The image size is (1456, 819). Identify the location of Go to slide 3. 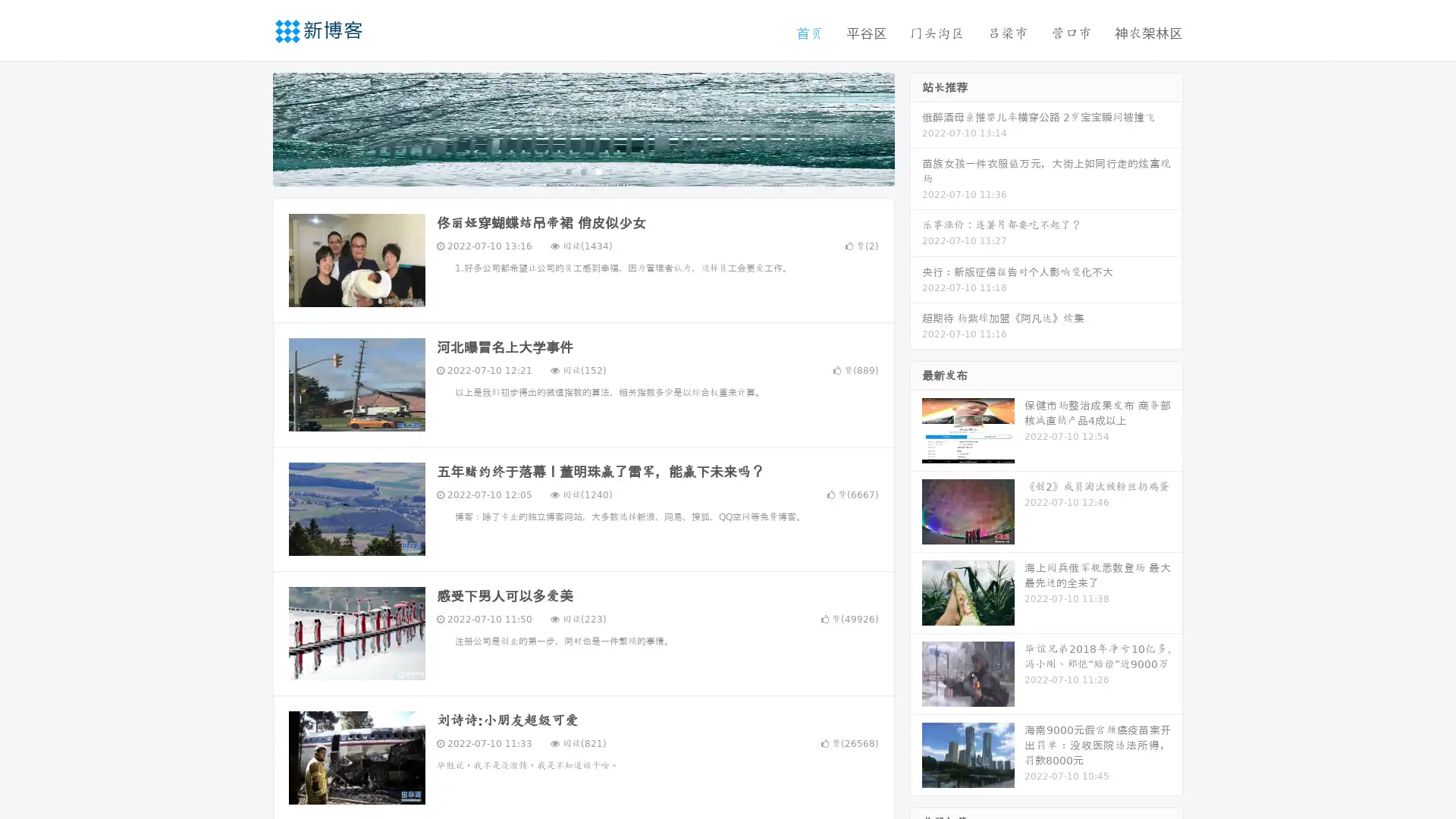
(598, 171).